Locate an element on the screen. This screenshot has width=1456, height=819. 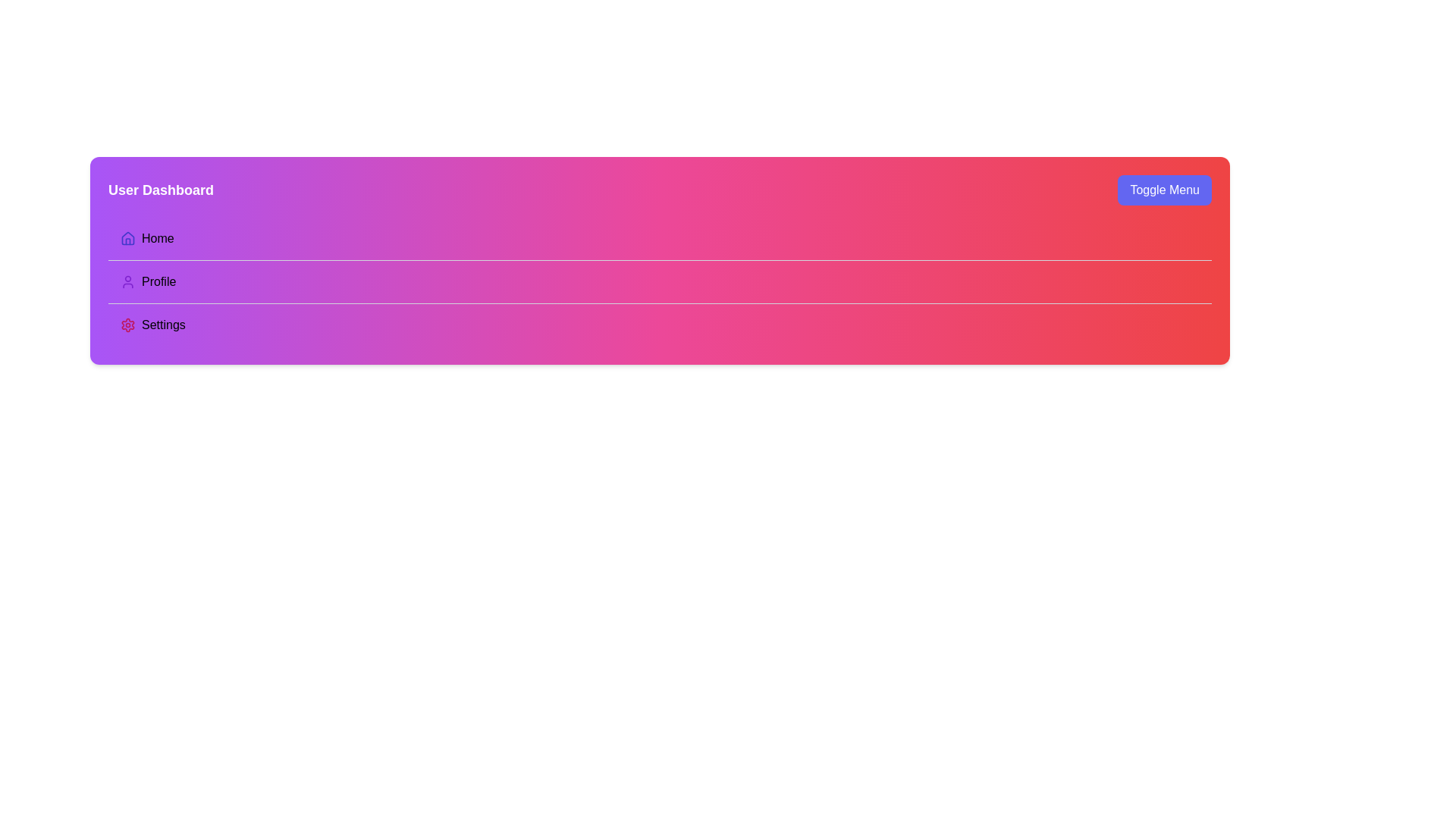
the user silhouette icon, which is purple and indicates the profile or account section, located to the left of the 'Profile' text is located at coordinates (127, 281).